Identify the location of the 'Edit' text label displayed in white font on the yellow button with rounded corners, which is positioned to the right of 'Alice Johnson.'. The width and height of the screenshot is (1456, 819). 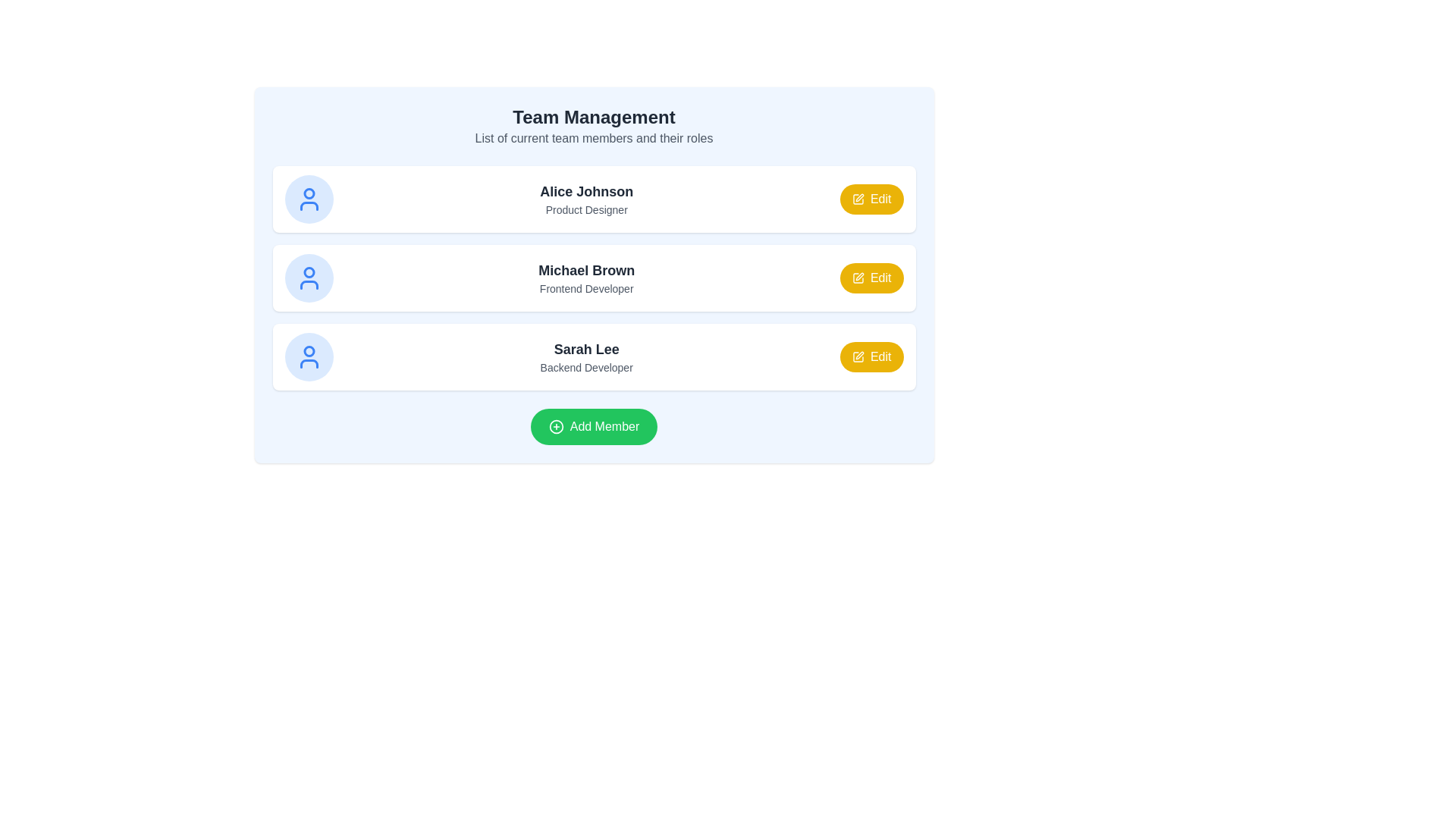
(880, 198).